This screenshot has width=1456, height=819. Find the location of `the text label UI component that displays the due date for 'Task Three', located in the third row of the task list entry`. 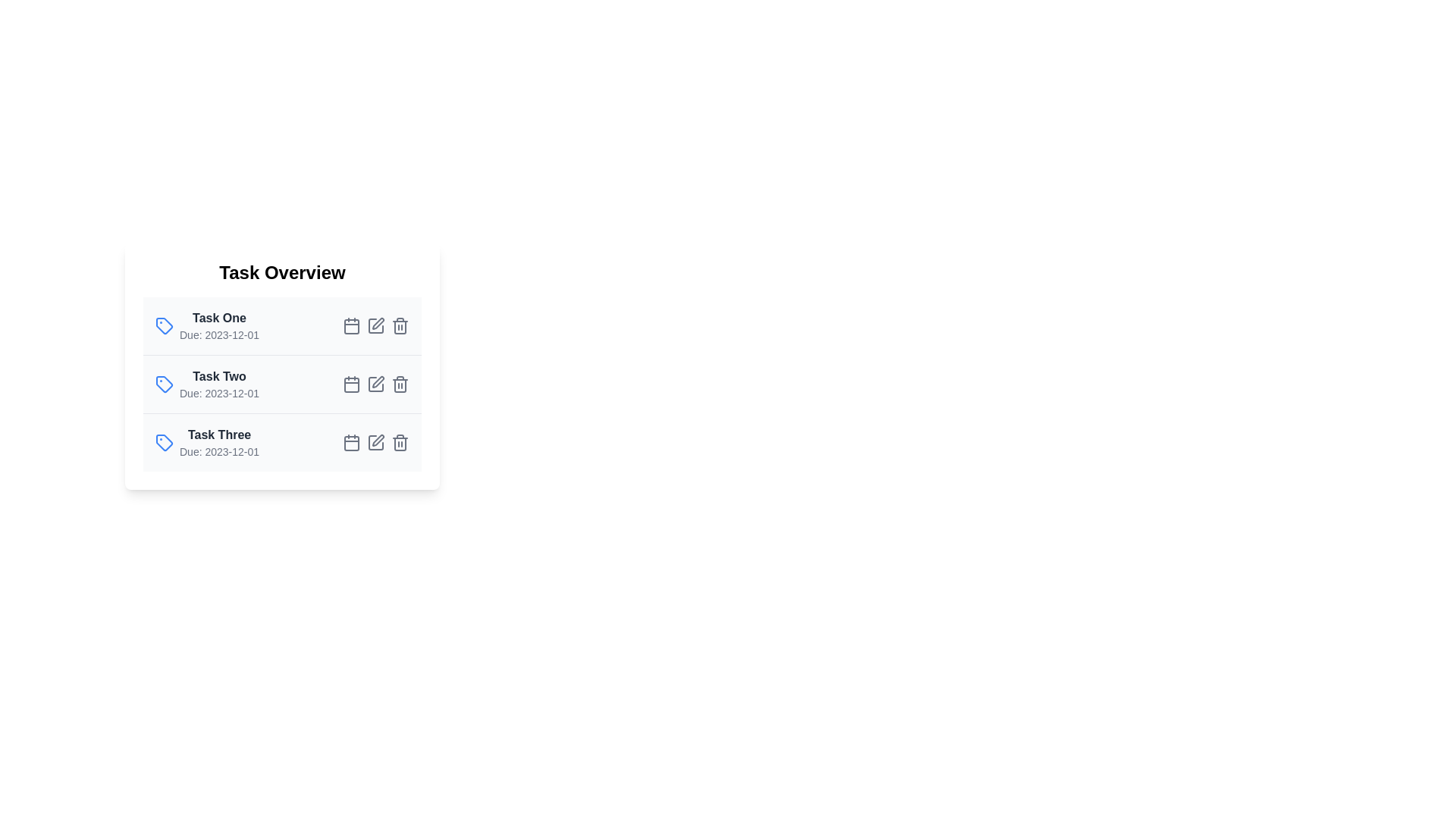

the text label UI component that displays the due date for 'Task Three', located in the third row of the task list entry is located at coordinates (218, 451).